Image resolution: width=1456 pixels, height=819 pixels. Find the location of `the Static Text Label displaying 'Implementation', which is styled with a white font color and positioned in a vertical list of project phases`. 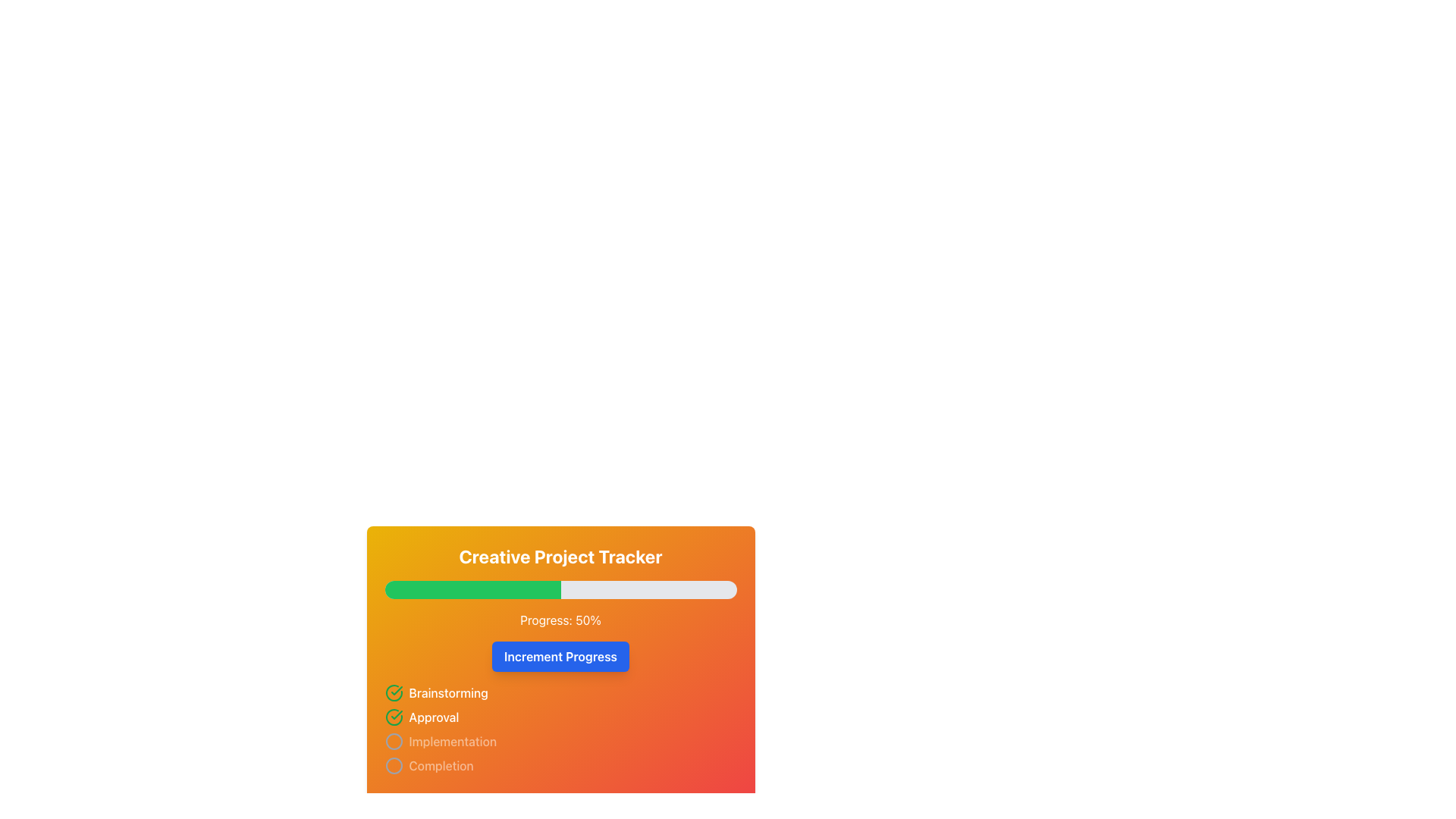

the Static Text Label displaying 'Implementation', which is styled with a white font color and positioned in a vertical list of project phases is located at coordinates (452, 741).